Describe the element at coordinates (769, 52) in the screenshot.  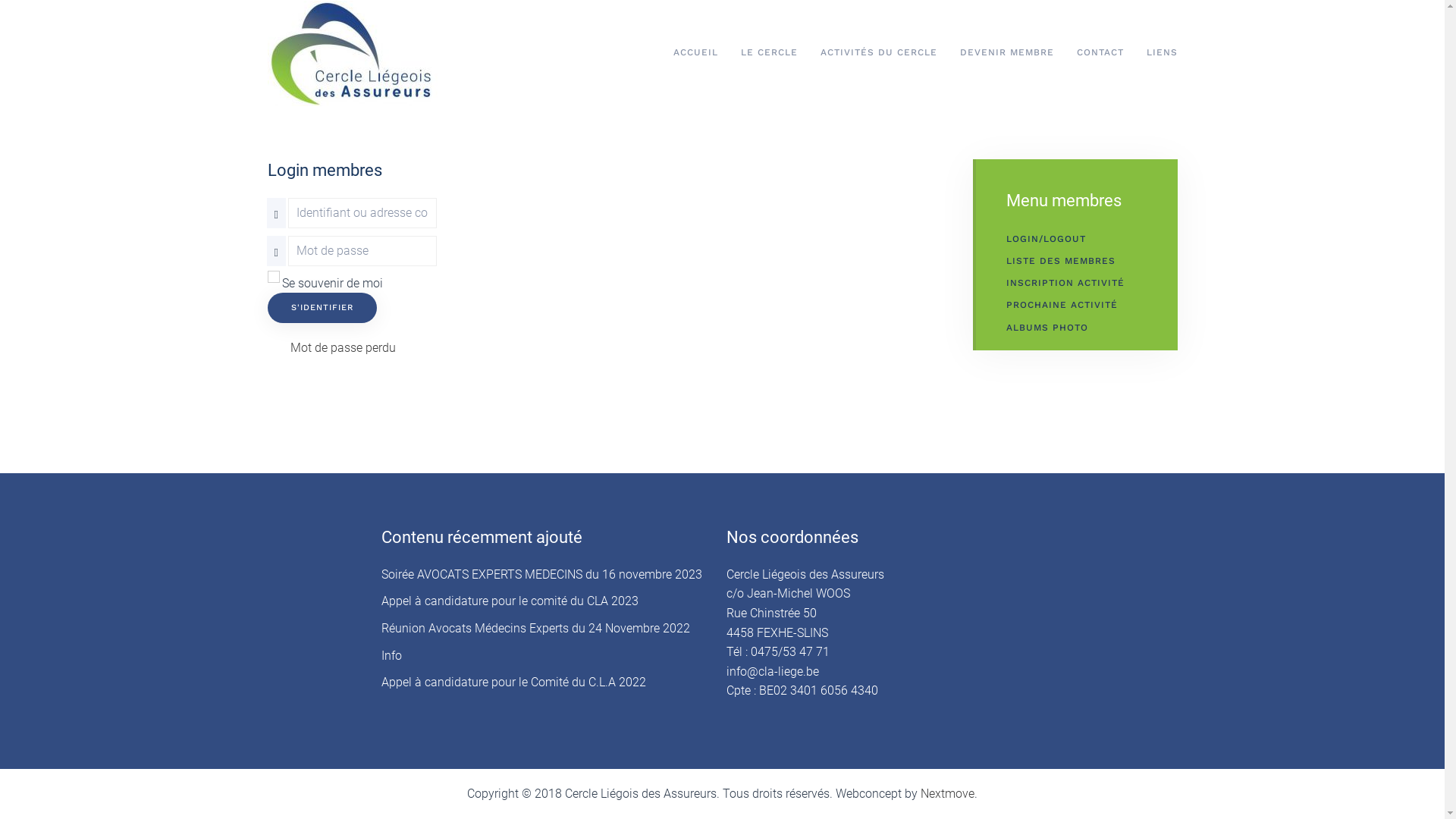
I see `'LE CERCLE'` at that location.